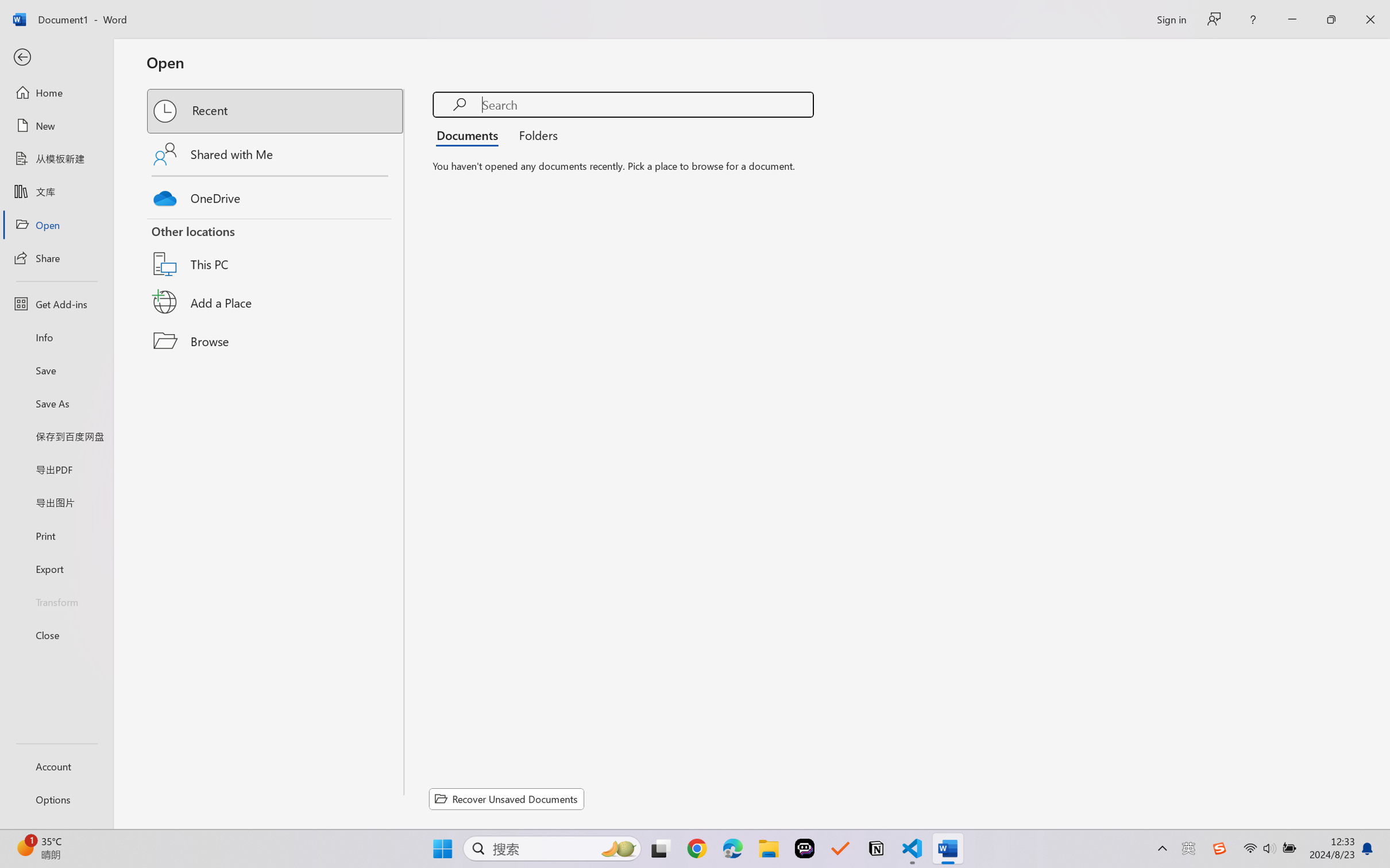 Image resolution: width=1390 pixels, height=868 pixels. Describe the element at coordinates (56, 125) in the screenshot. I see `'New'` at that location.